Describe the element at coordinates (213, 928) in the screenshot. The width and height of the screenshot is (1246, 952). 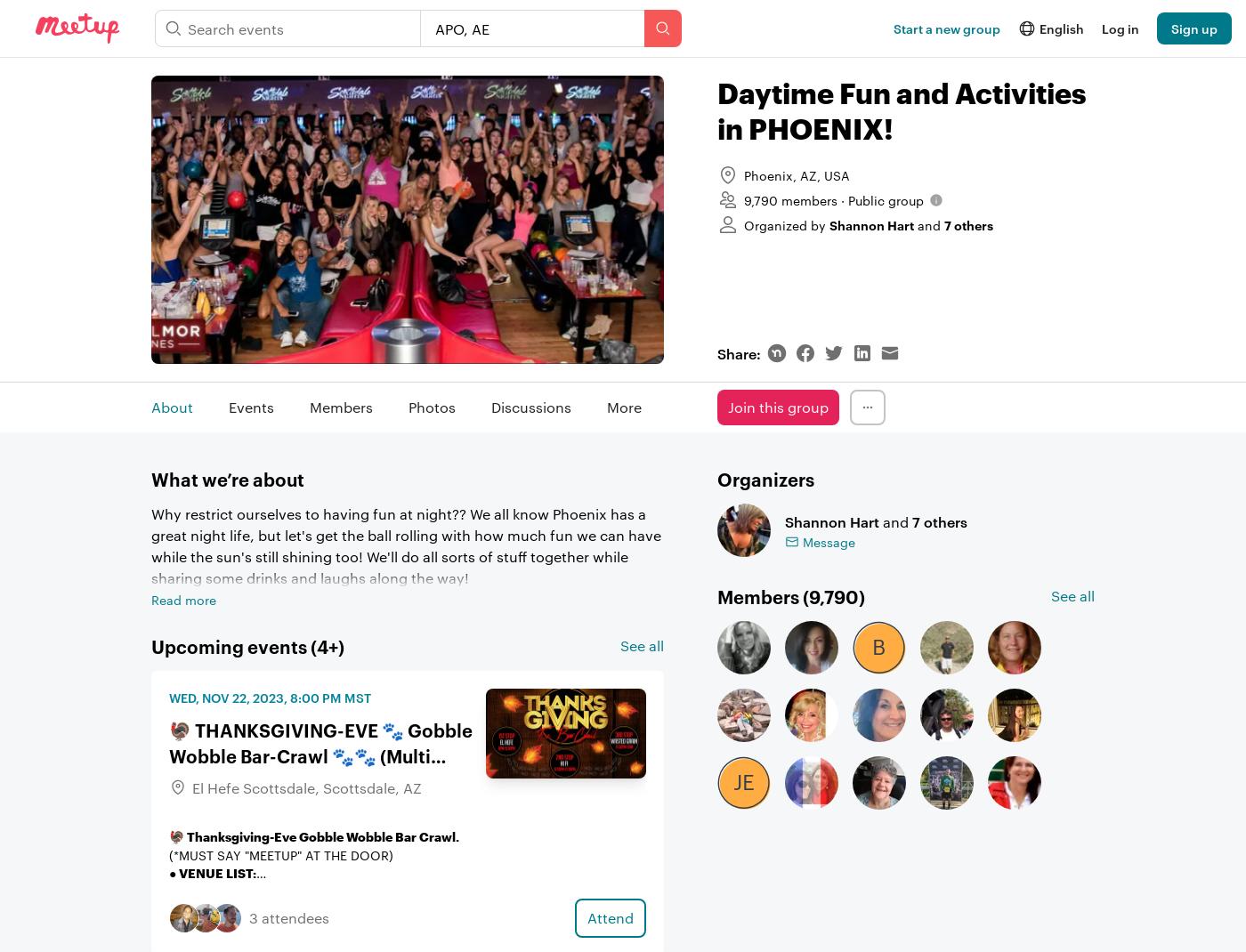
I see `'🔸️Dress Code:'` at that location.